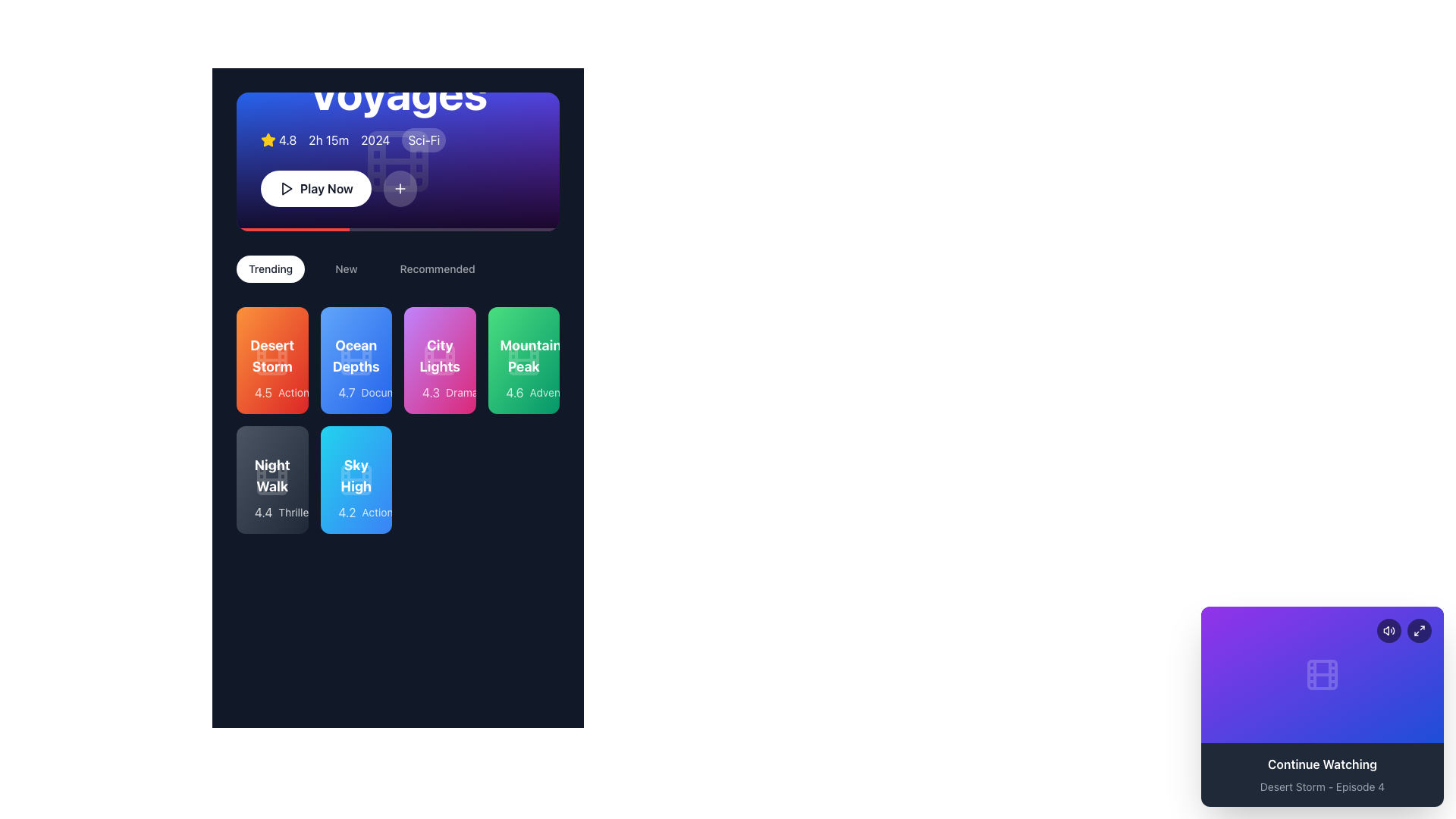 Image resolution: width=1456 pixels, height=819 pixels. What do you see at coordinates (515, 392) in the screenshot?
I see `rating value displayed in the text associated with the 'Mountain Peak' item, which is located within a green card on the second row and third column of the grid layout, next to a yellow star icon and the text 'Adventure'` at bounding box center [515, 392].